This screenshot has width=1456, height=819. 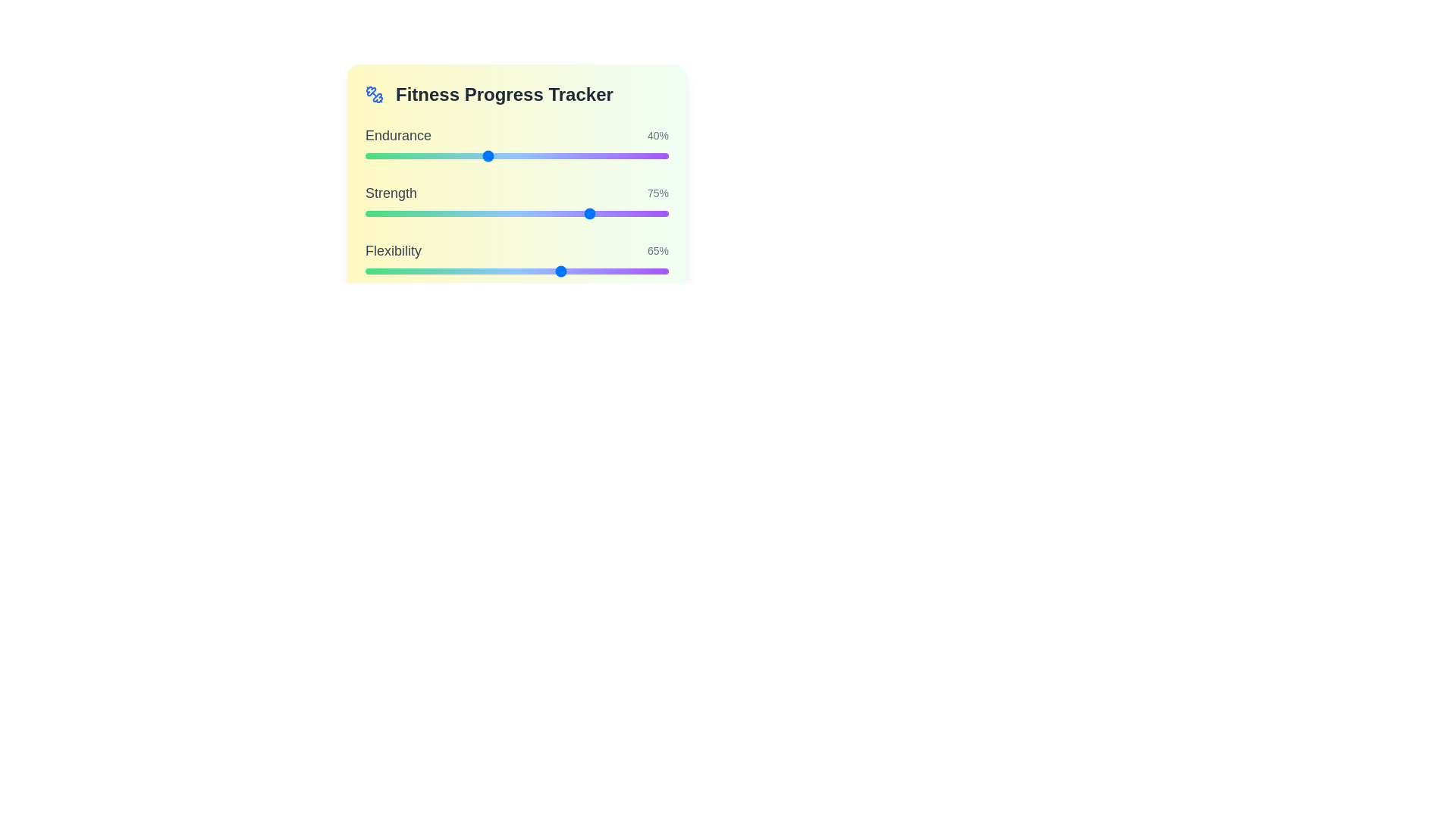 What do you see at coordinates (440, 155) in the screenshot?
I see `endurance` at bounding box center [440, 155].